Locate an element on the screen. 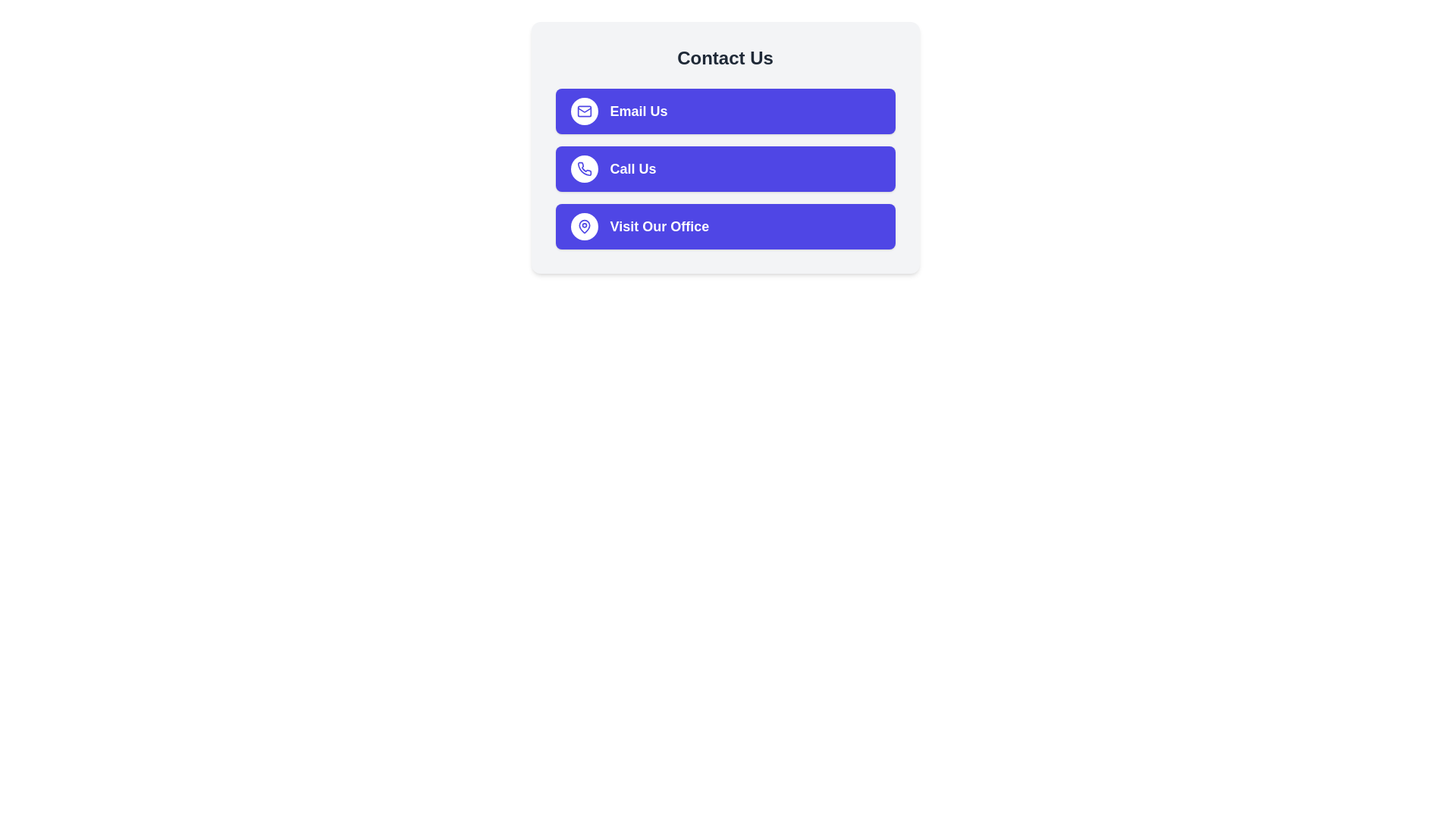 Image resolution: width=1456 pixels, height=819 pixels. the 'Call Us' icon located to the left of the 'Call Us' text label within the button group to initiate a call is located at coordinates (583, 169).